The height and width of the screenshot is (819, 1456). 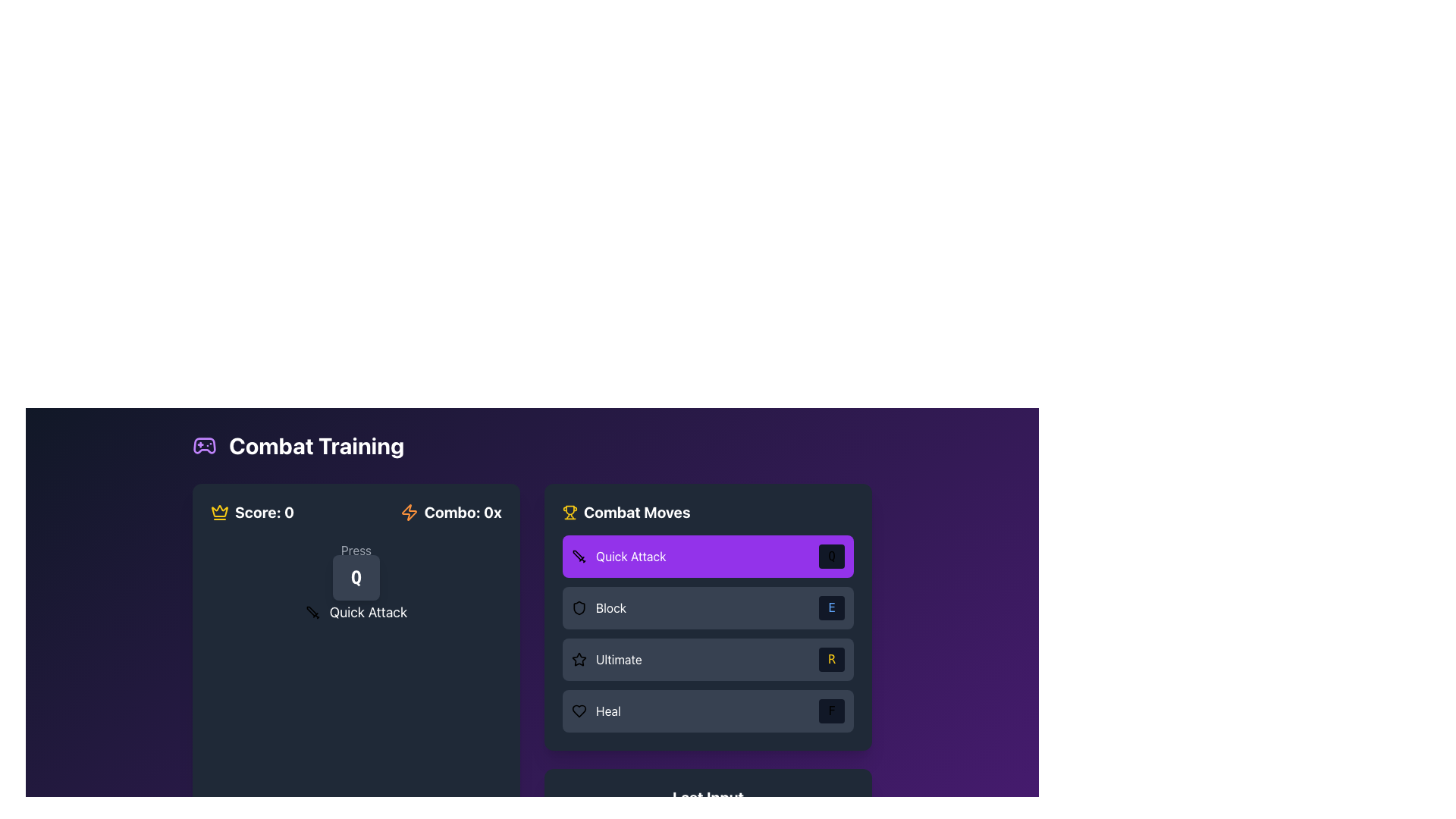 What do you see at coordinates (598, 607) in the screenshot?
I see `the label consisting of a shield icon and the text 'Block', located as the second item in the list of combat moves, under 'Quick Attack' and above 'Ultimate'` at bounding box center [598, 607].